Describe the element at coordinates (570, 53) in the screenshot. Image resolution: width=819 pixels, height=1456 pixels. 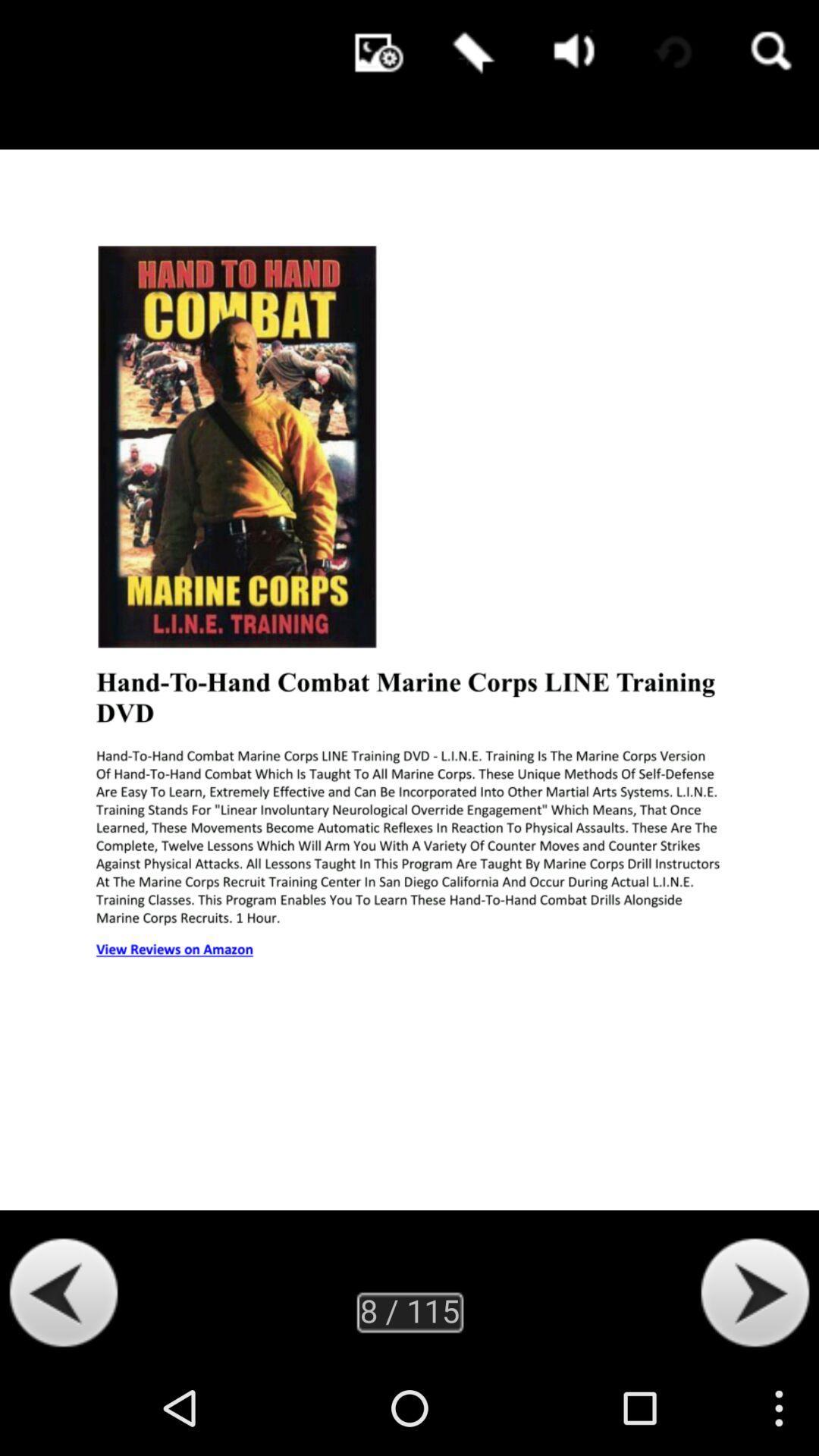
I see `the volume icon` at that location.